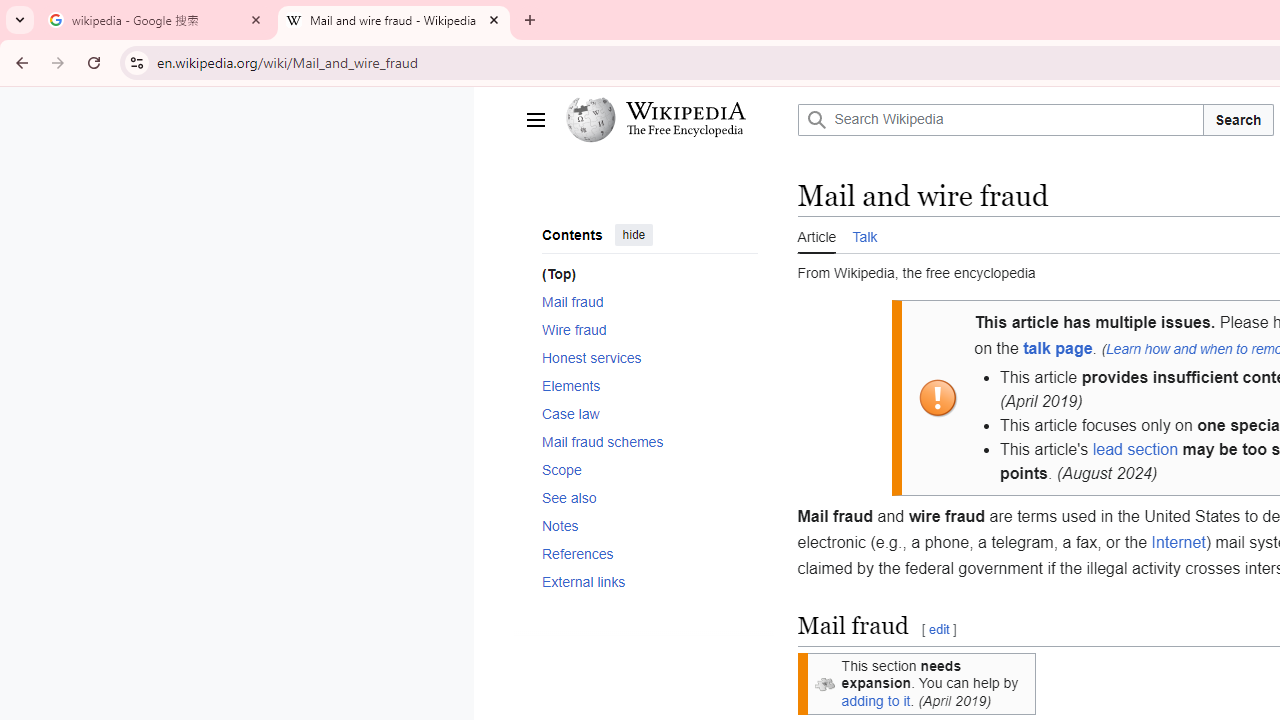 This screenshot has width=1280, height=720. I want to click on 'Mail and wire fraud - Wikipedia', so click(394, 20).